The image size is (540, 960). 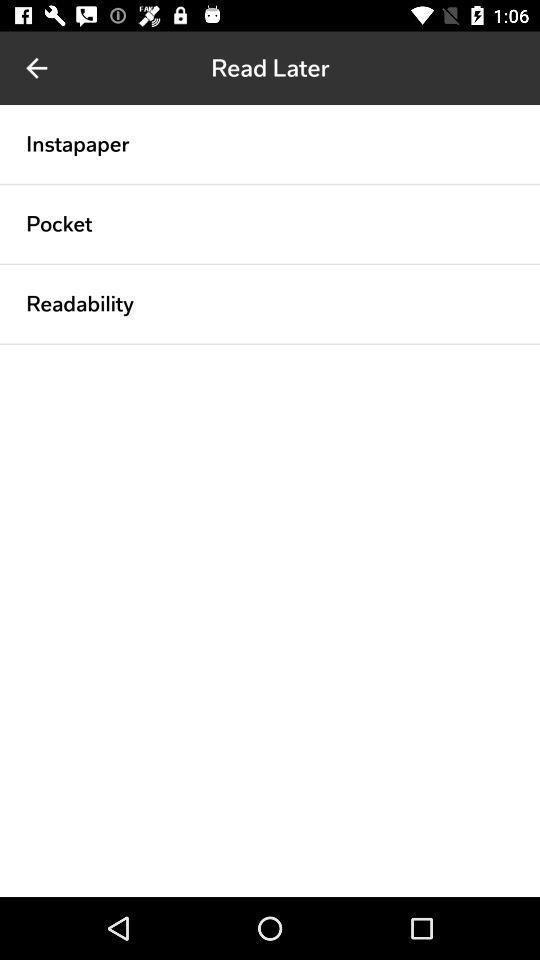 I want to click on the item next to read later icon, so click(x=36, y=68).